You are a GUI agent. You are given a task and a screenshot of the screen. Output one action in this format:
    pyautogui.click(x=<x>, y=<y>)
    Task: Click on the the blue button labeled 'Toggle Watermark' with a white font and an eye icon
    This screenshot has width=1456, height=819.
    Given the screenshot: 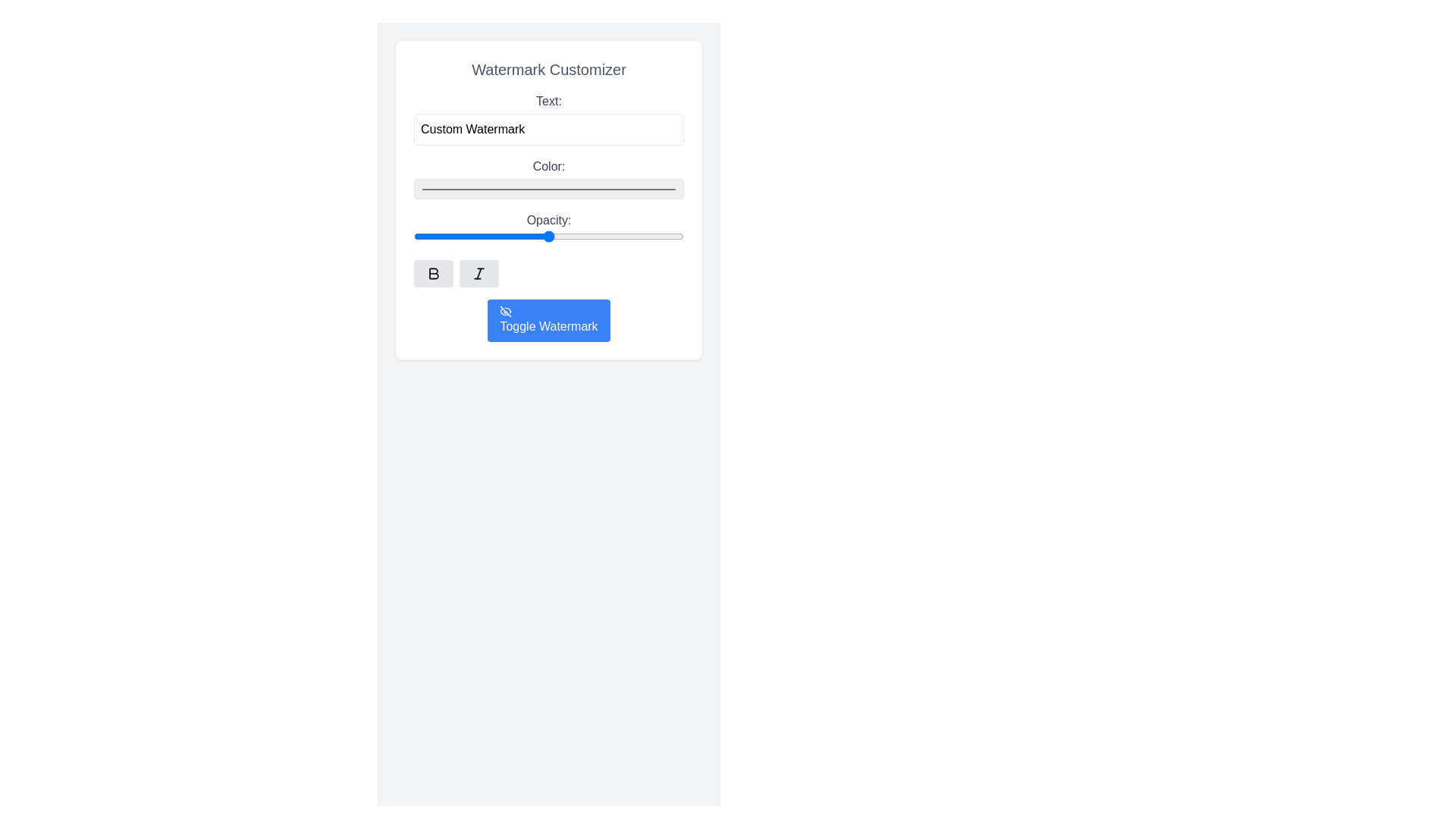 What is the action you would take?
    pyautogui.click(x=548, y=320)
    